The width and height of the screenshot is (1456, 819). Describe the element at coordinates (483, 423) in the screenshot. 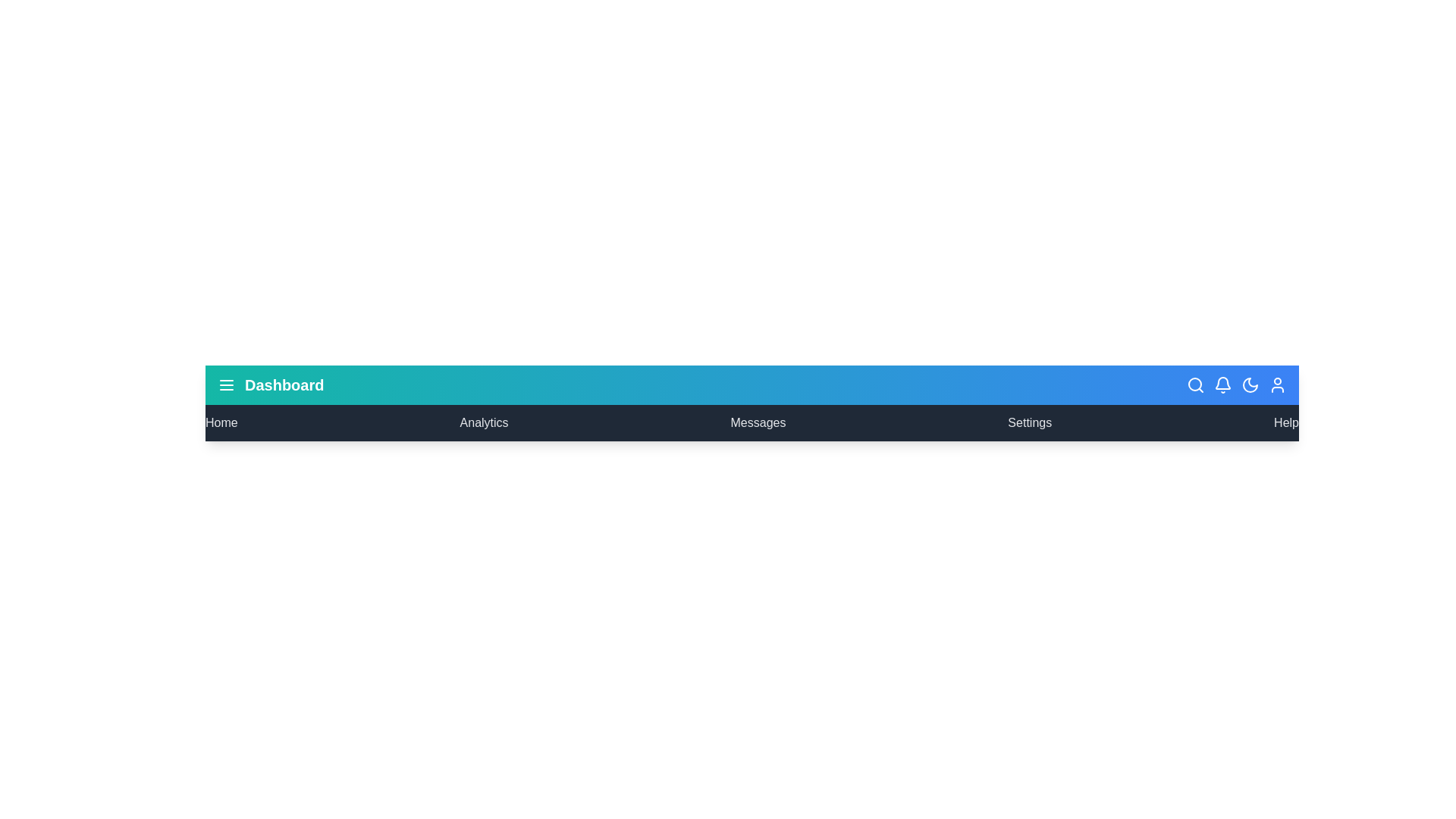

I see `the menu item Analytics to navigate to the respective section` at that location.